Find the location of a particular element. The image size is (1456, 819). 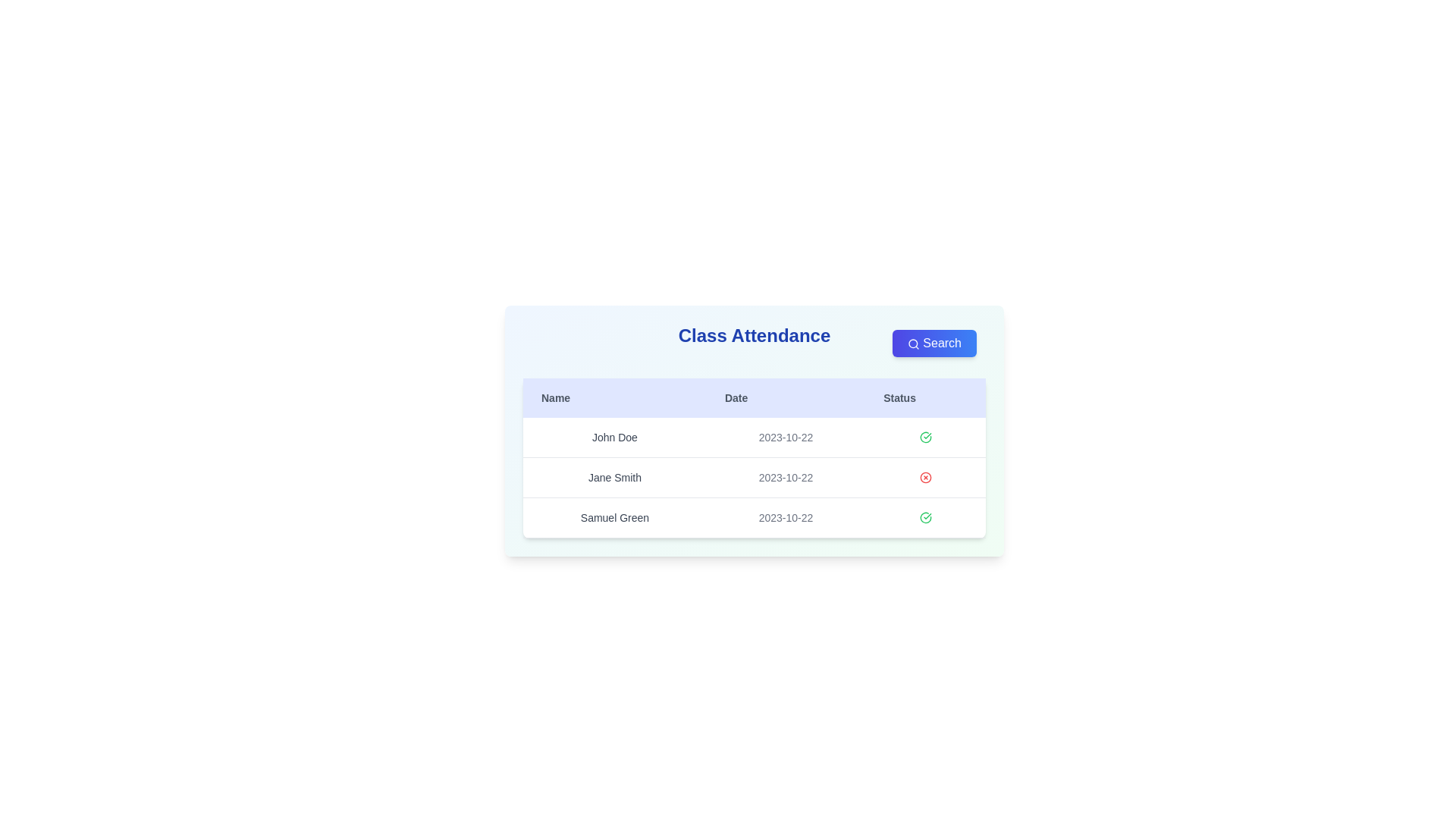

the row corresponding to John Doe is located at coordinates (754, 438).